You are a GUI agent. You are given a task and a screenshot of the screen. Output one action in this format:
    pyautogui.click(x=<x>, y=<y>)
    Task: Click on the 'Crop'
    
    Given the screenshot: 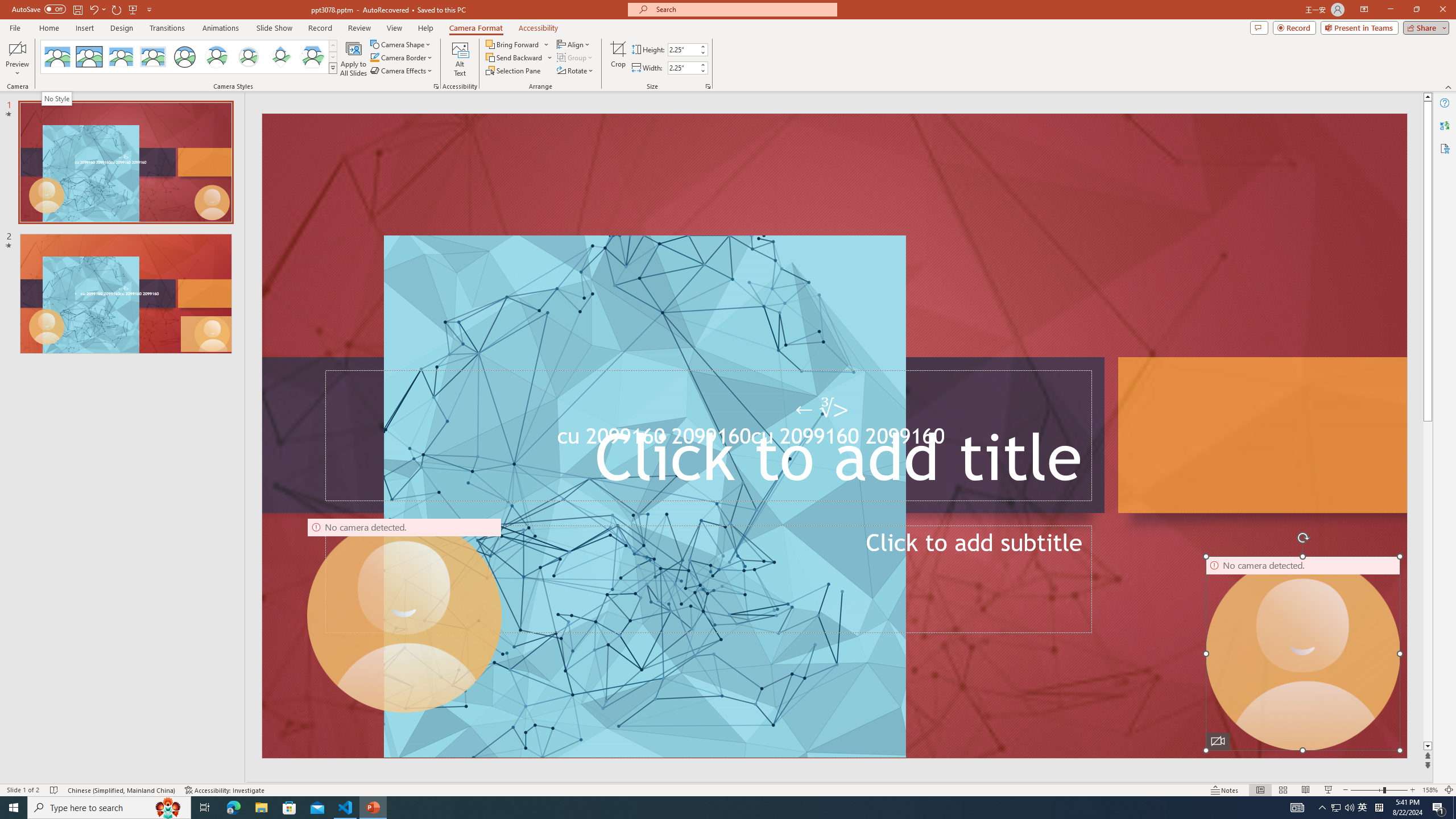 What is the action you would take?
    pyautogui.click(x=617, y=59)
    